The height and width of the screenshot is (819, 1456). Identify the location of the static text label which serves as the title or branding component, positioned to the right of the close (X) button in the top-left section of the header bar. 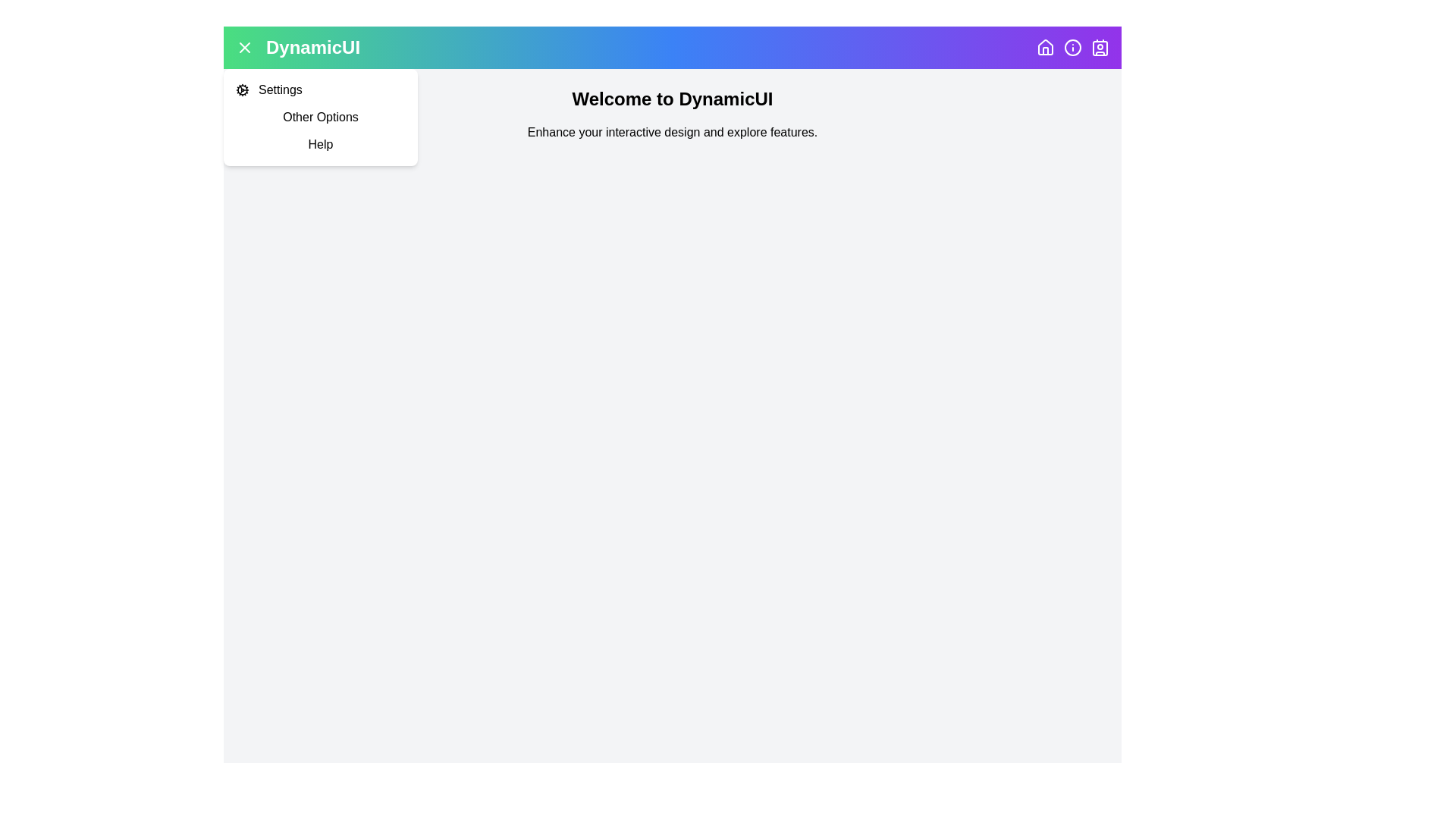
(298, 46).